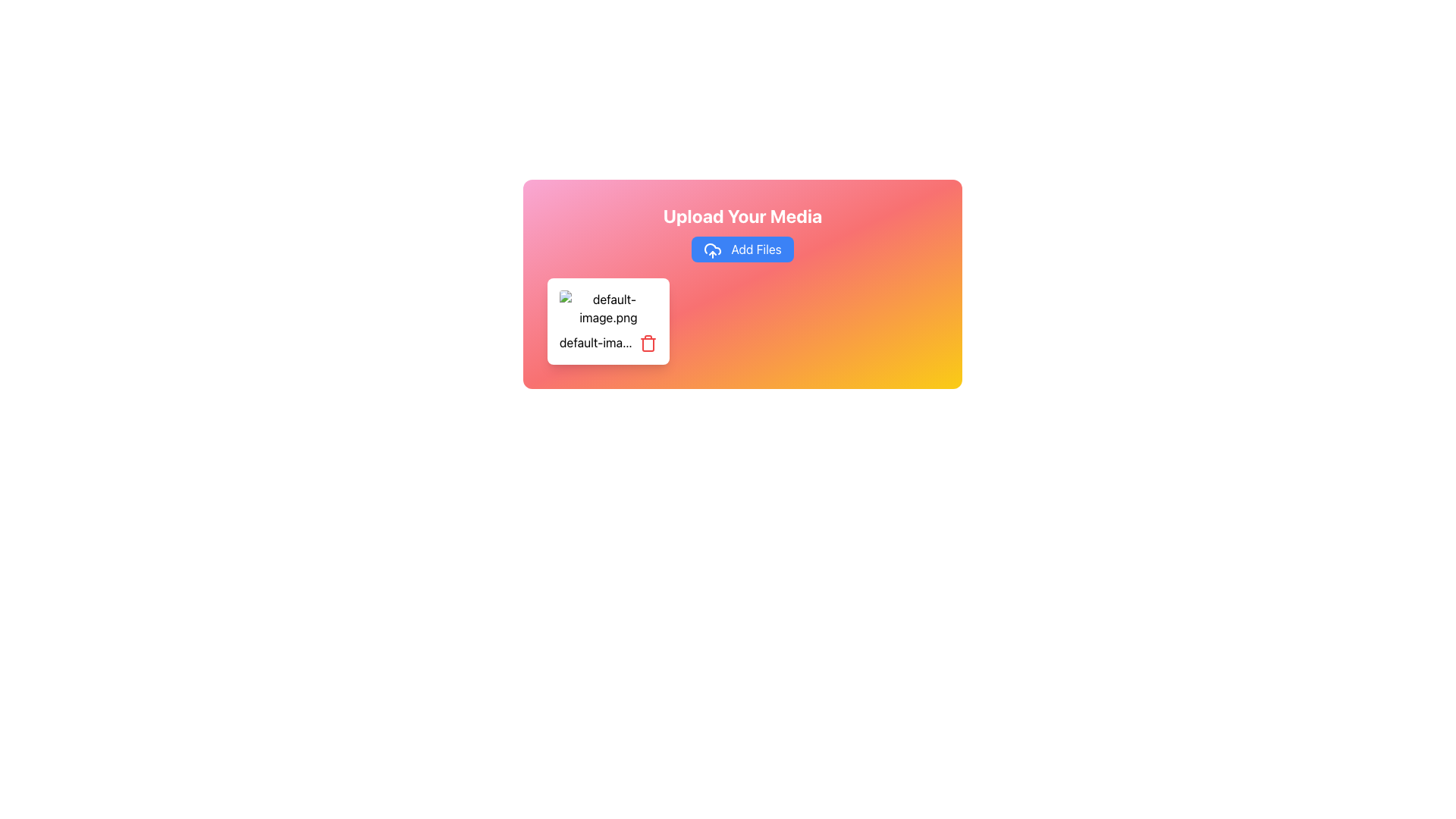 This screenshot has width=1456, height=819. What do you see at coordinates (742, 249) in the screenshot?
I see `the 'Add Files' button, which is a blue rounded button with white text and an upload icon, located below the title 'Upload Your Media'` at bounding box center [742, 249].